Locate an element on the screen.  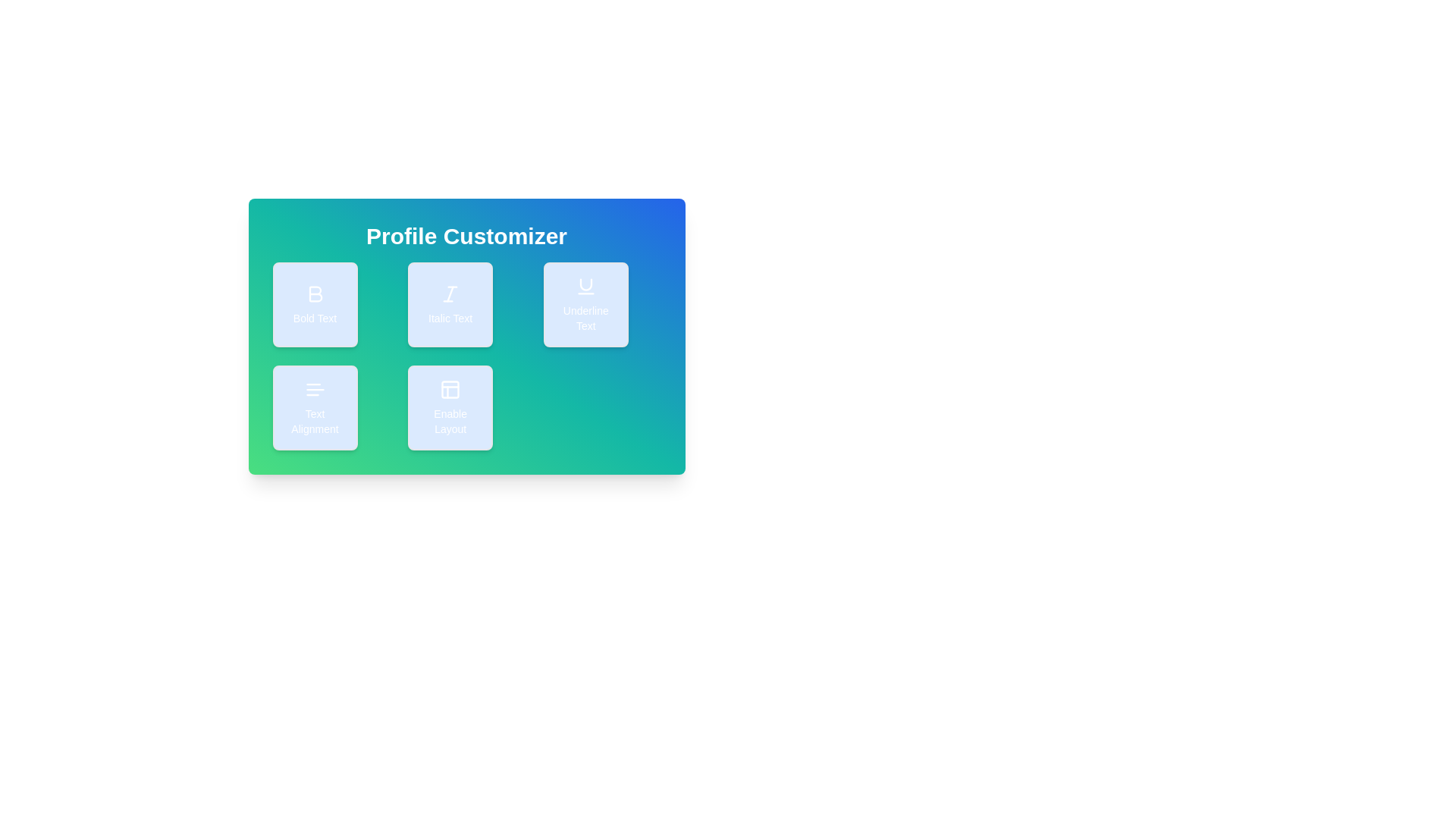
text displayed in the 'Profile Customizer' label located at the top-center of the panel is located at coordinates (466, 237).